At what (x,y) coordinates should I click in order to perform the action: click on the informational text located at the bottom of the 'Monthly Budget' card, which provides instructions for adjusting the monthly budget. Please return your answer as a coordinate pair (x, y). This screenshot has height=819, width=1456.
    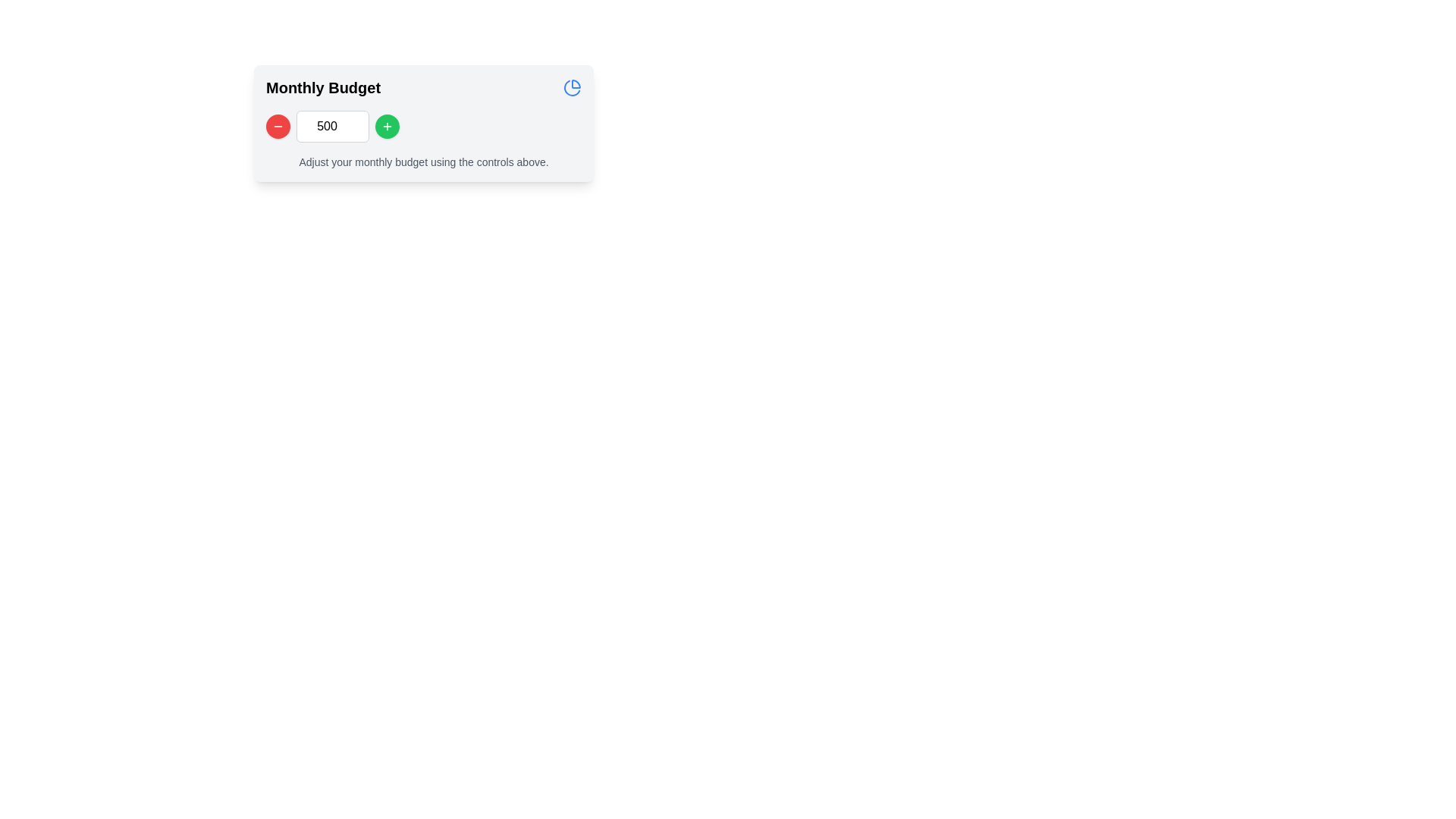
    Looking at the image, I should click on (423, 162).